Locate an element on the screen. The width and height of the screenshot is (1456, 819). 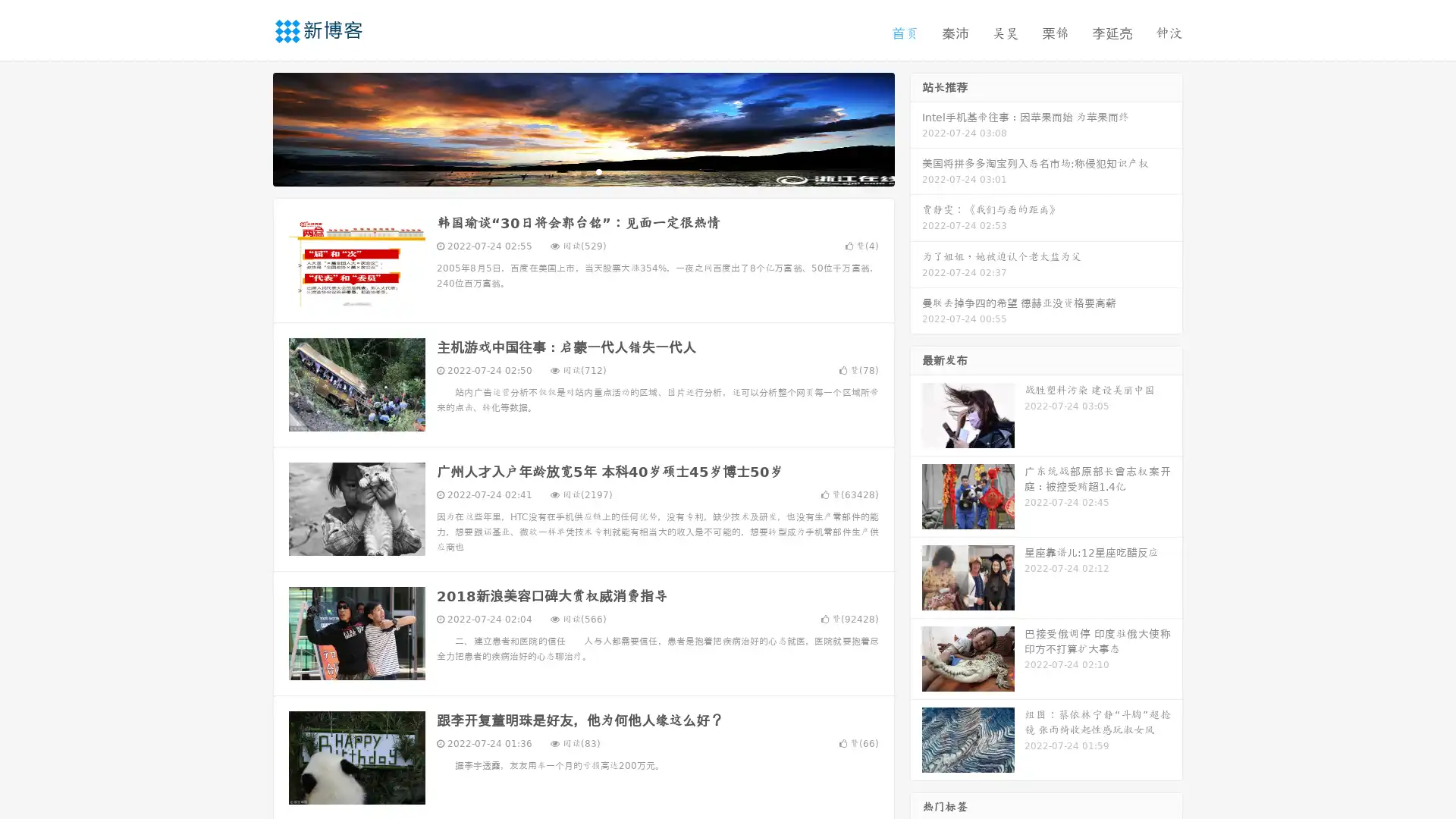
Go to slide 1 is located at coordinates (567, 171).